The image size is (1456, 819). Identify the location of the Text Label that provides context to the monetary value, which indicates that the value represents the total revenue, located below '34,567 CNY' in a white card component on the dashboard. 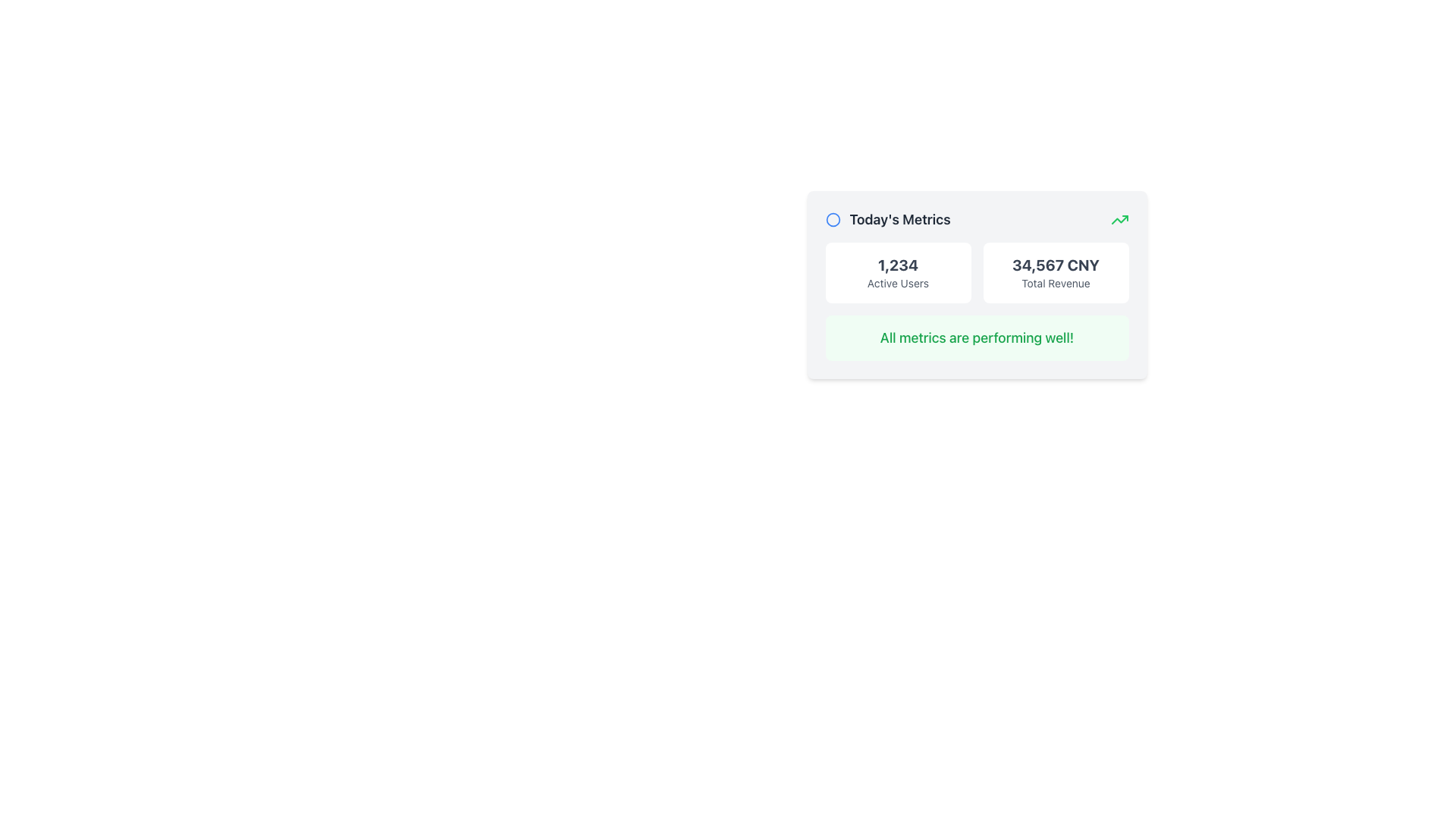
(1055, 284).